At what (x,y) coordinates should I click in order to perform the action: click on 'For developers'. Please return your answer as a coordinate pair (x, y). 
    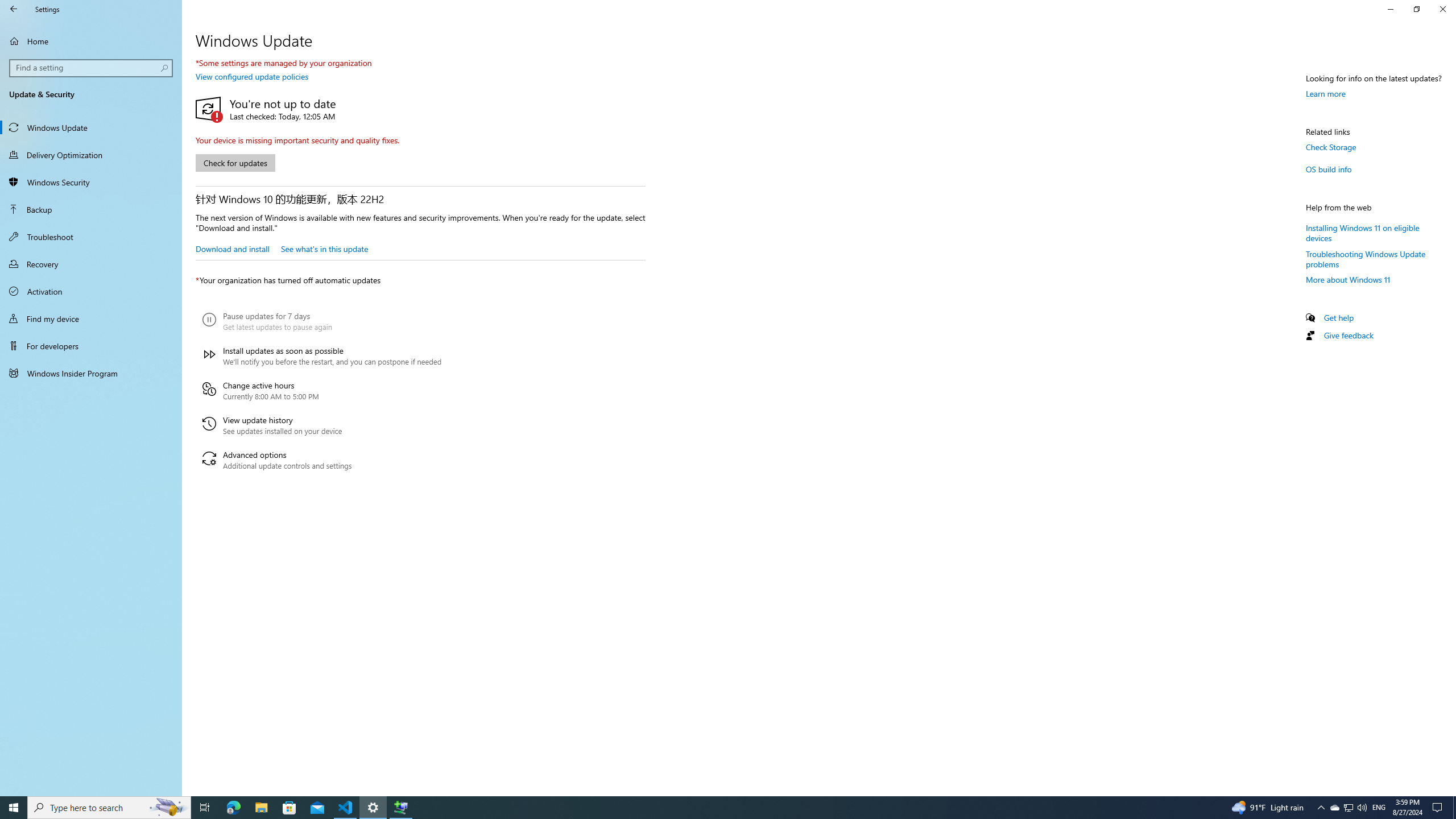
    Looking at the image, I should click on (90, 346).